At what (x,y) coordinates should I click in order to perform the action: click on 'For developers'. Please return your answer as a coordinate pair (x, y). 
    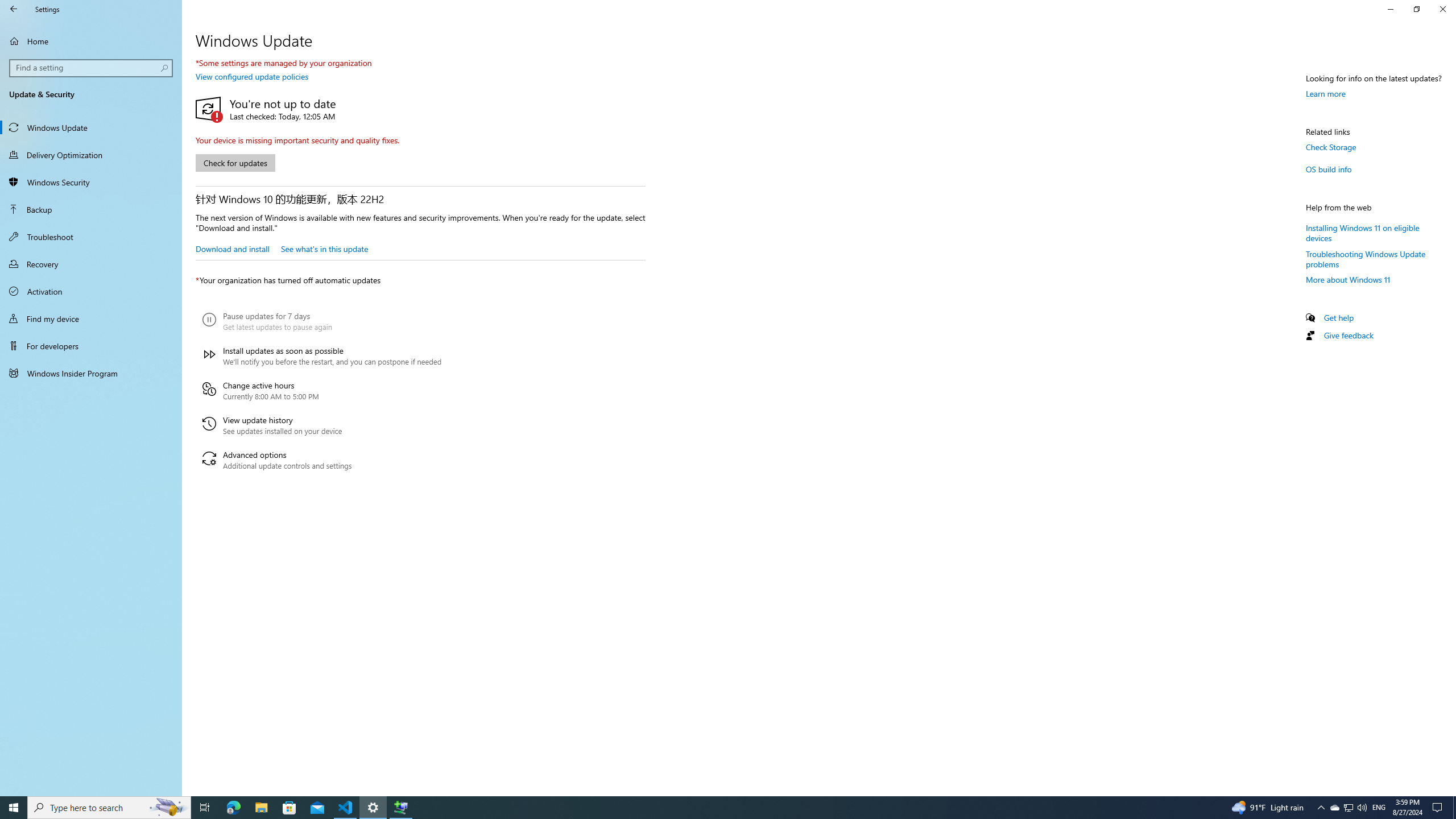
    Looking at the image, I should click on (90, 346).